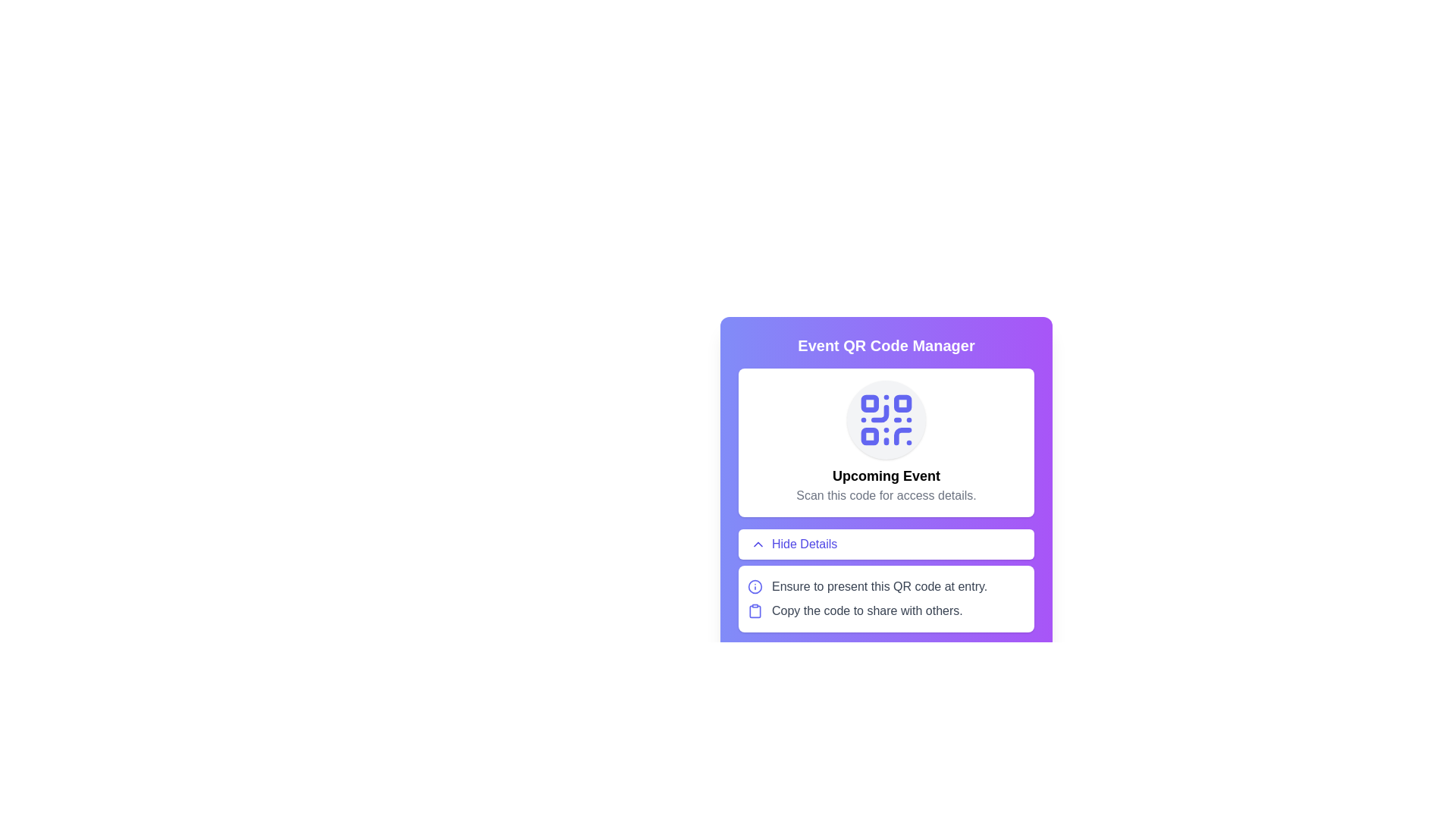  Describe the element at coordinates (880, 586) in the screenshot. I see `instructional text displayed in the Text Display element located under the 'Event QR Code Manager' section, positioned between the 'Hide Details' button and the 'Copy the code to share with others' instruction` at that location.